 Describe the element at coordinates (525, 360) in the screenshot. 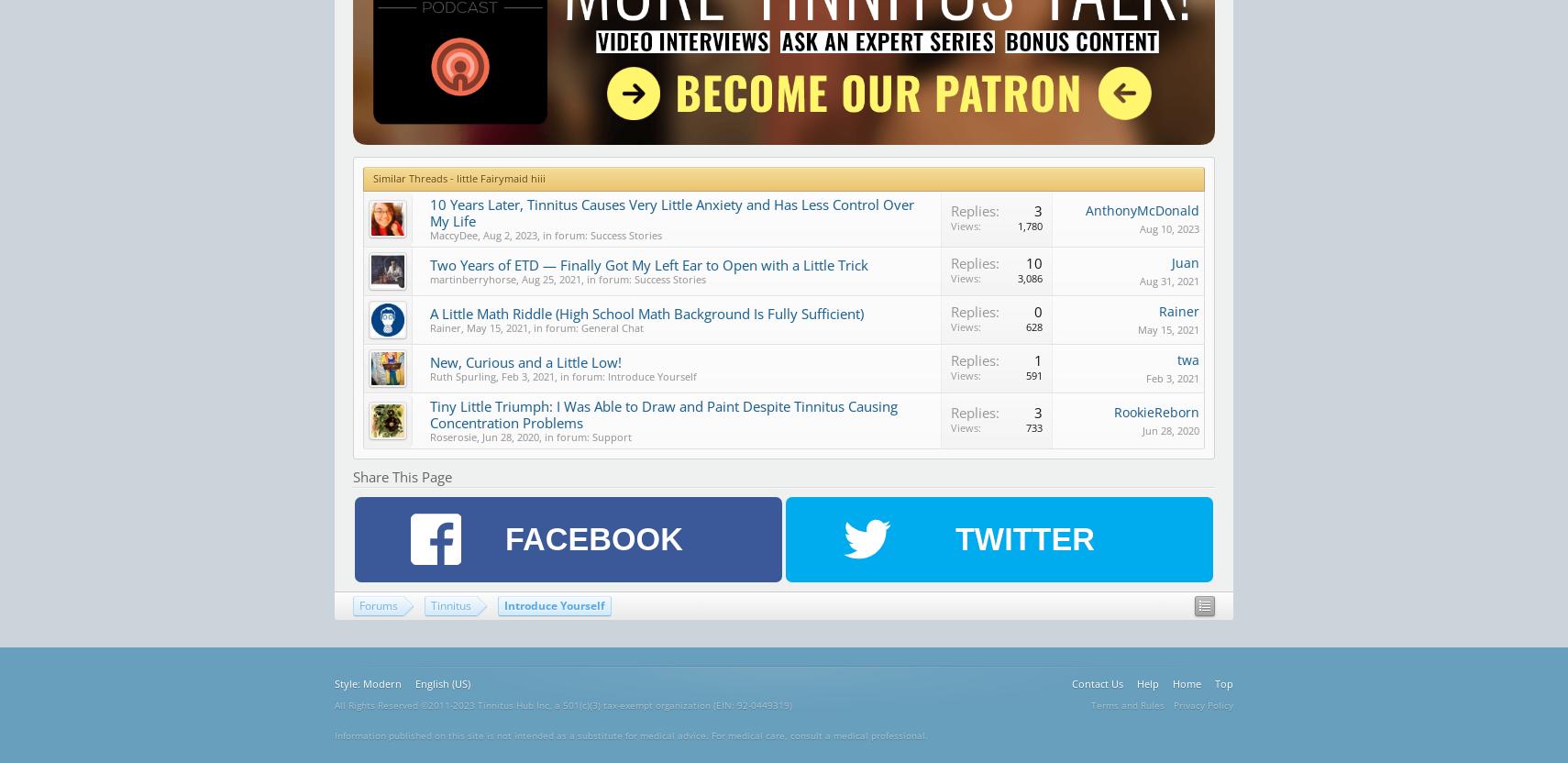

I see `'New, Curious and a Little Low!'` at that location.